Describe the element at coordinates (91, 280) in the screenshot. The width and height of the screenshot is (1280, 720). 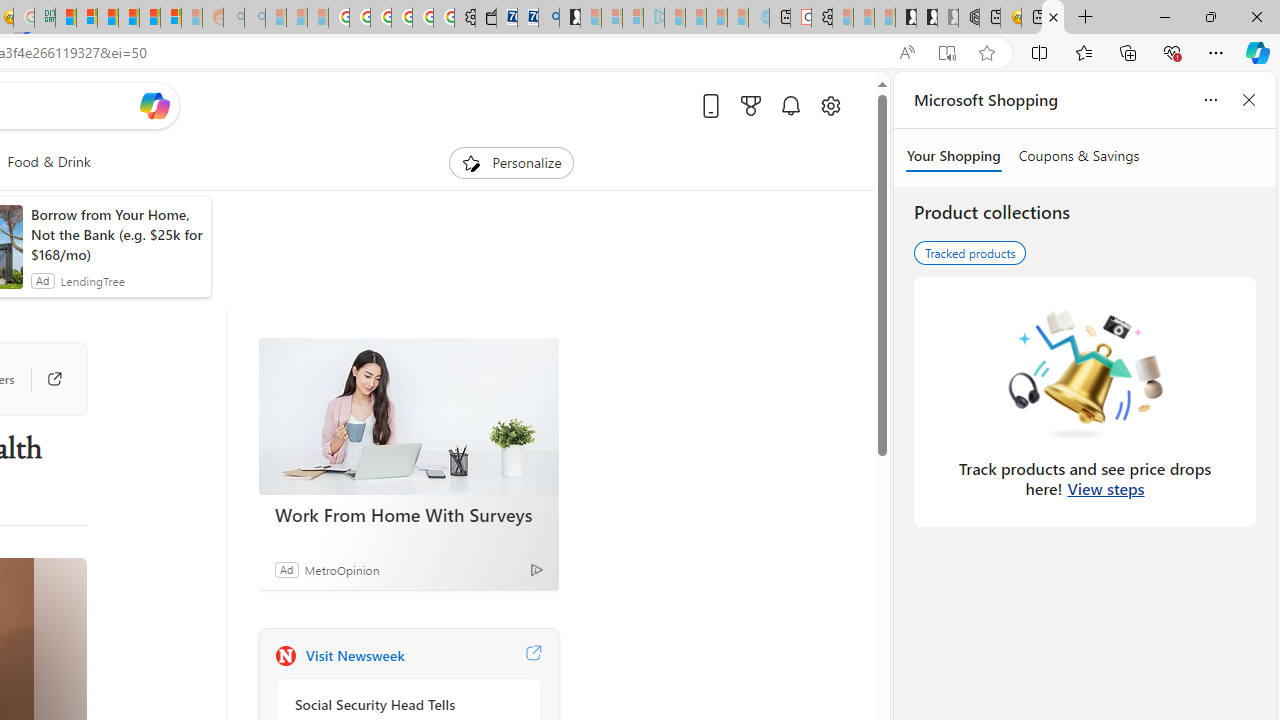
I see `'LendingTree'` at that location.